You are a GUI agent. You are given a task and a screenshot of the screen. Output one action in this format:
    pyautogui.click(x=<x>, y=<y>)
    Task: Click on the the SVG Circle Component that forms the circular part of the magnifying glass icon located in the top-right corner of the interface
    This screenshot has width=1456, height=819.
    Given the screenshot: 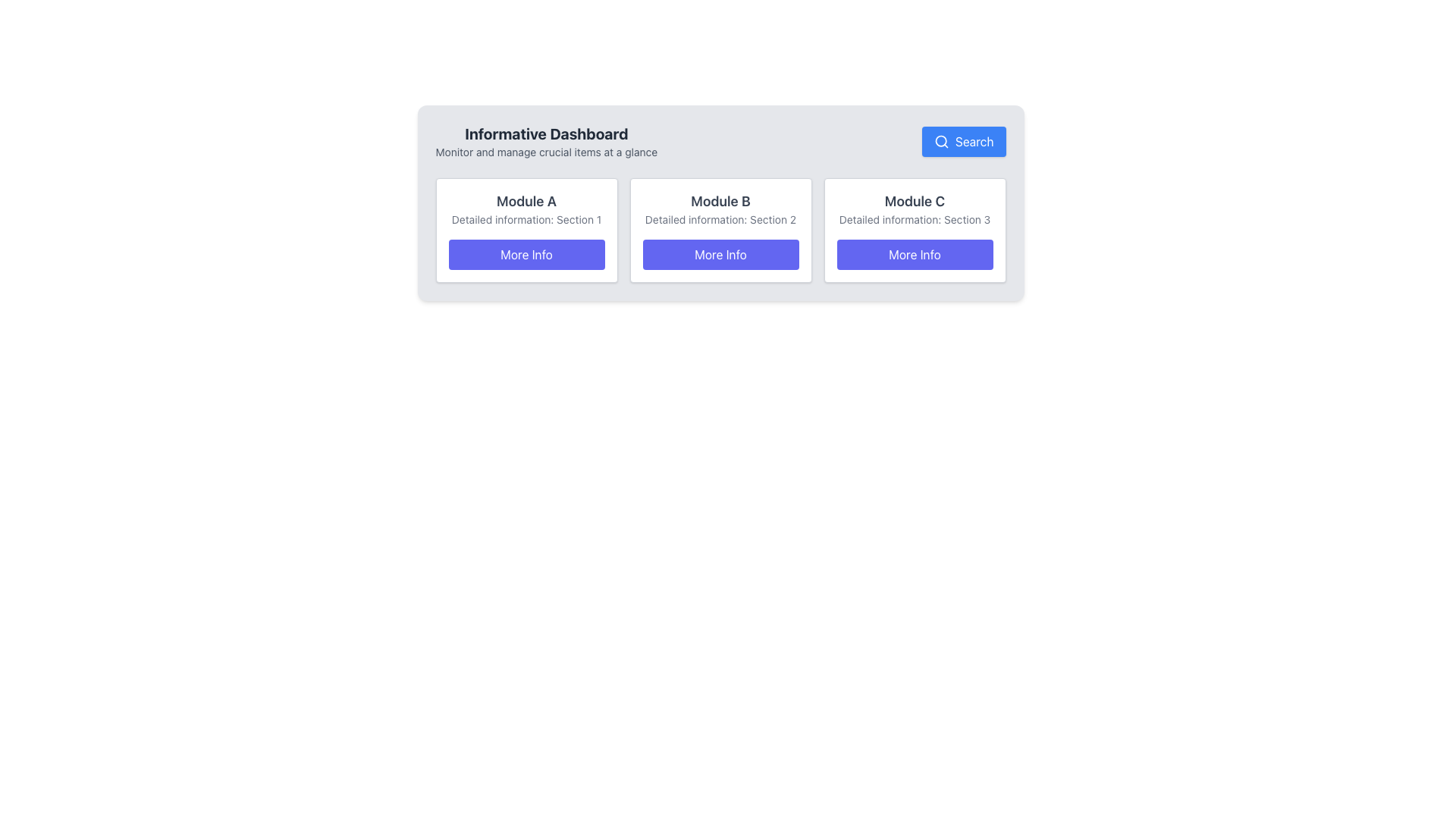 What is the action you would take?
    pyautogui.click(x=940, y=141)
    